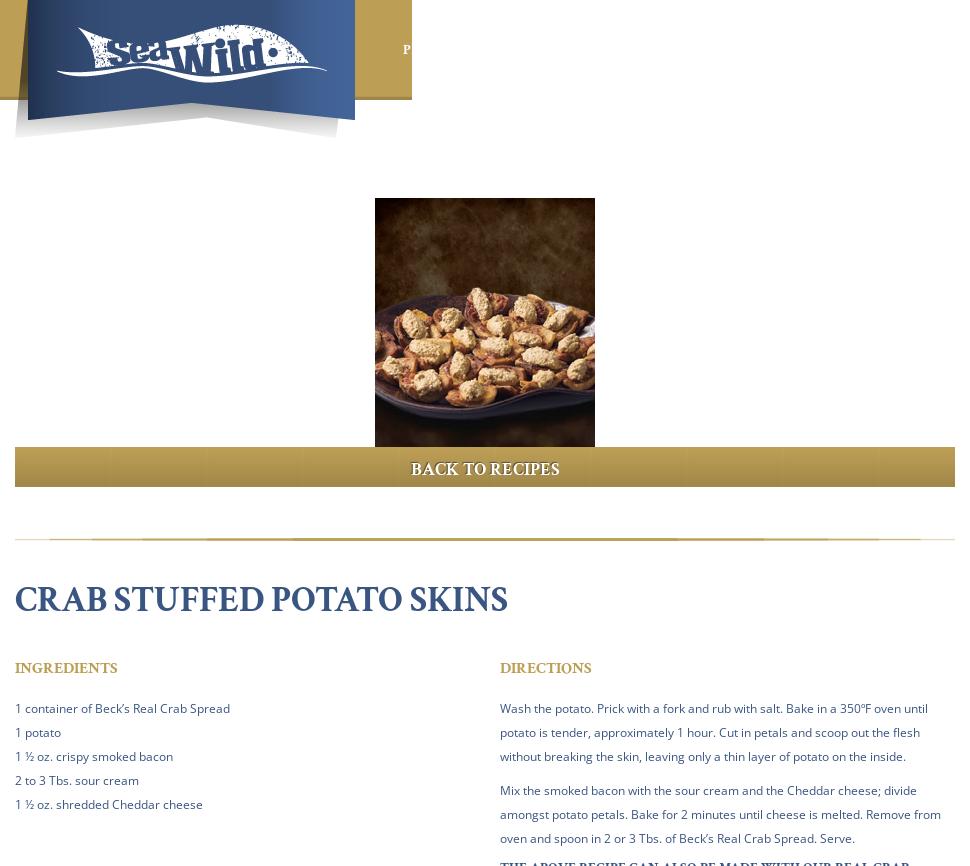 This screenshot has height=866, width=970. Describe the element at coordinates (485, 469) in the screenshot. I see `'back to recipes'` at that location.